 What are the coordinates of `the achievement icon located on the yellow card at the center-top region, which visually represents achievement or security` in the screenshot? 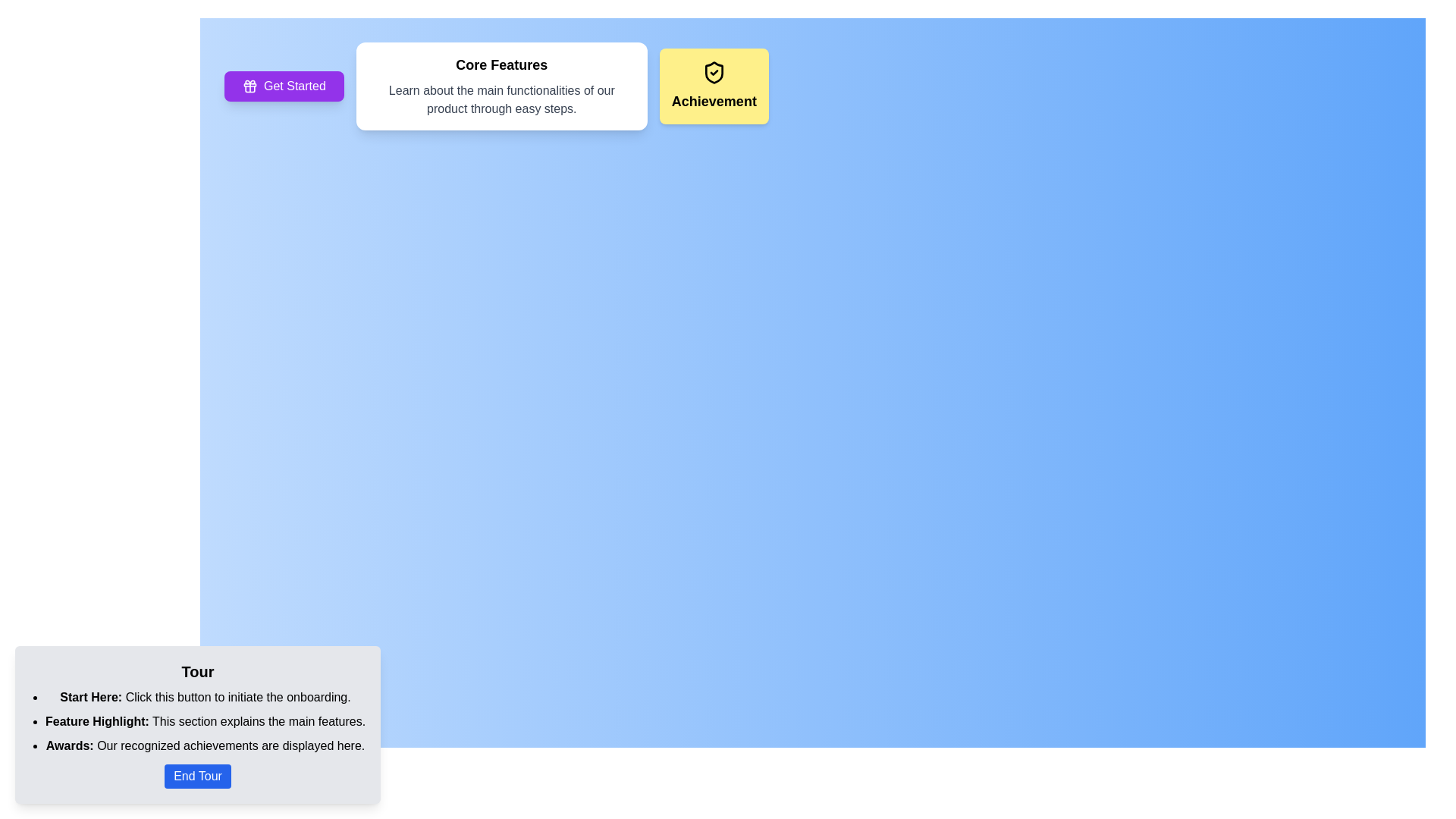 It's located at (713, 73).